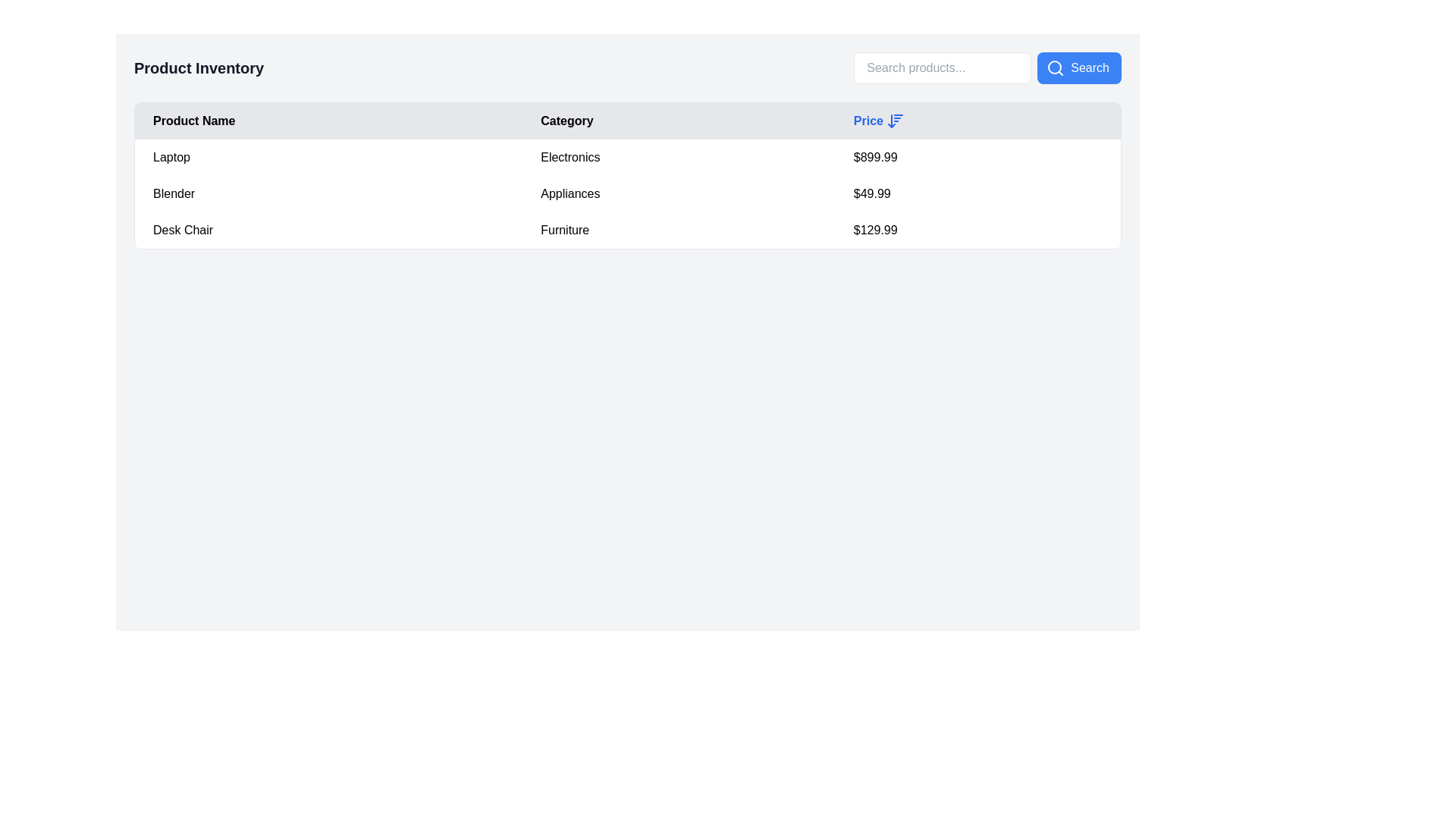  I want to click on the text input field with placeholder text 'Search products...' to focus on it, so click(942, 67).